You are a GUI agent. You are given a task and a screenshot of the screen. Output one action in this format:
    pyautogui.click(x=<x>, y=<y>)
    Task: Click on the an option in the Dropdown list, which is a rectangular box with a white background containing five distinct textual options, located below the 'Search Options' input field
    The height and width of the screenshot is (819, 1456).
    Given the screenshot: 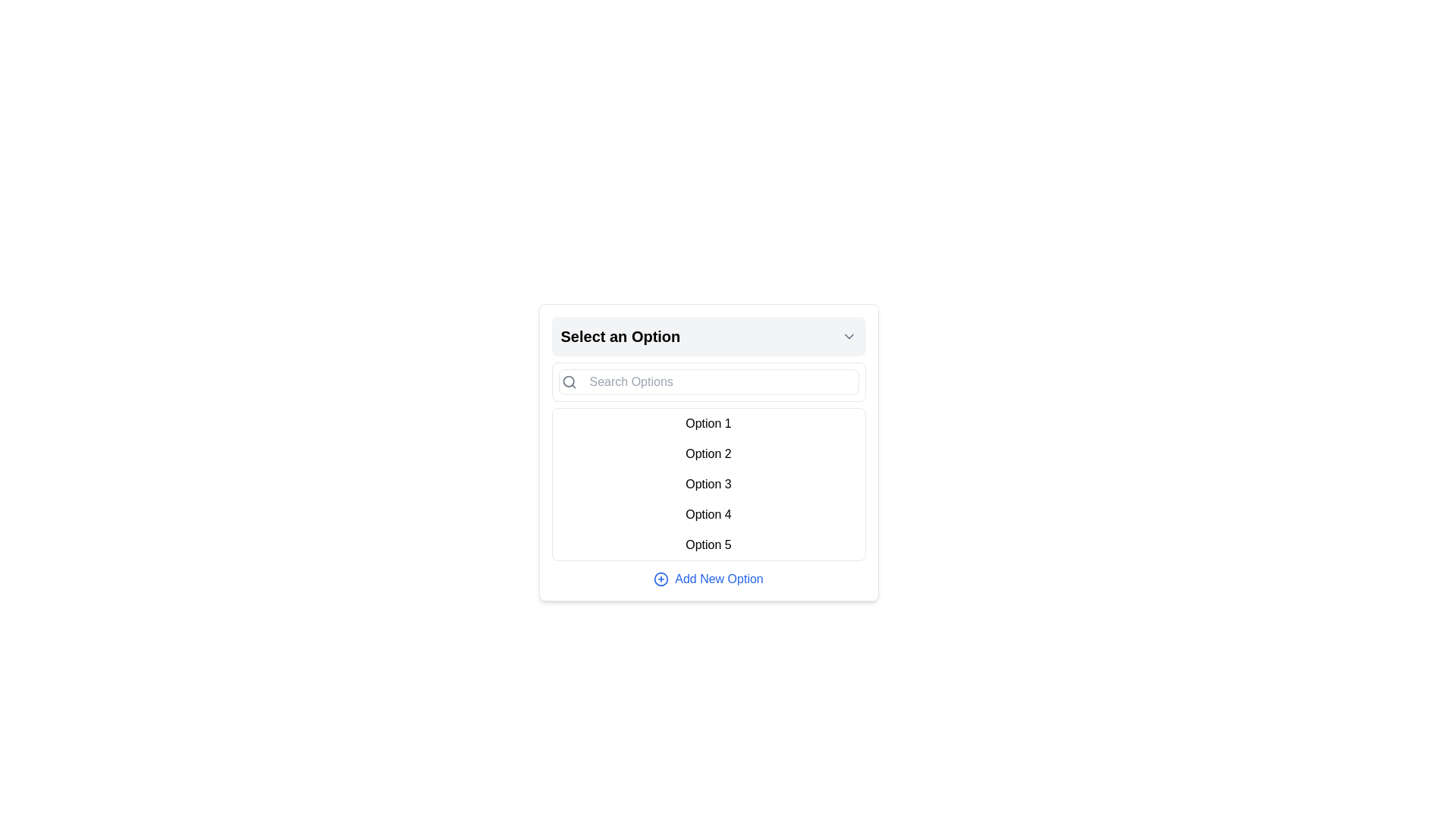 What is the action you would take?
    pyautogui.click(x=708, y=485)
    